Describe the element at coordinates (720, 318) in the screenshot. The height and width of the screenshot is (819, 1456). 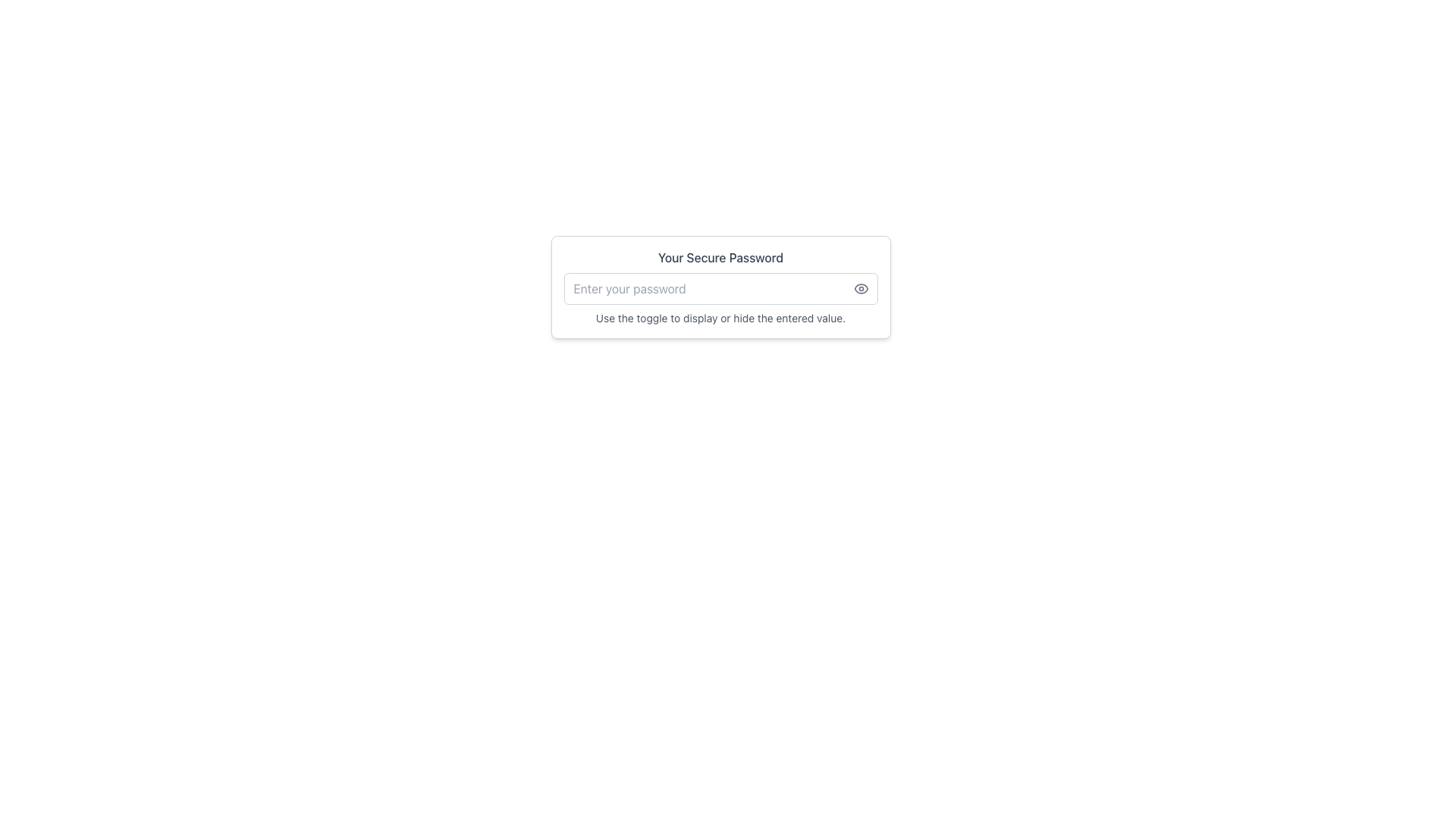
I see `the instructional text that provides guidance on using the toggle feature, positioned below the input field and toggle icon` at that location.